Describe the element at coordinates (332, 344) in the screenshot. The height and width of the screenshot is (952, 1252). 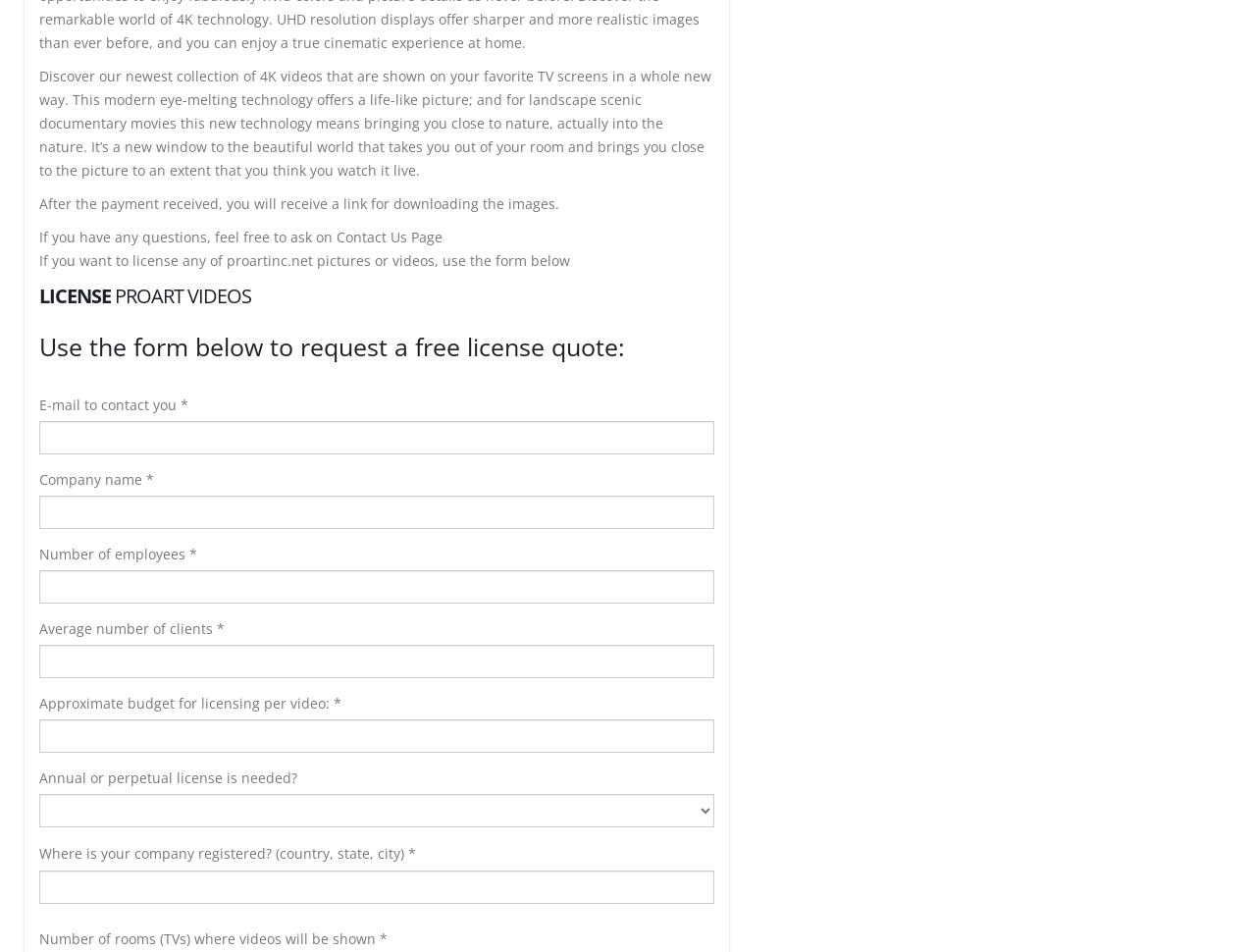
I see `'Use the form below to request a free license quote:'` at that location.